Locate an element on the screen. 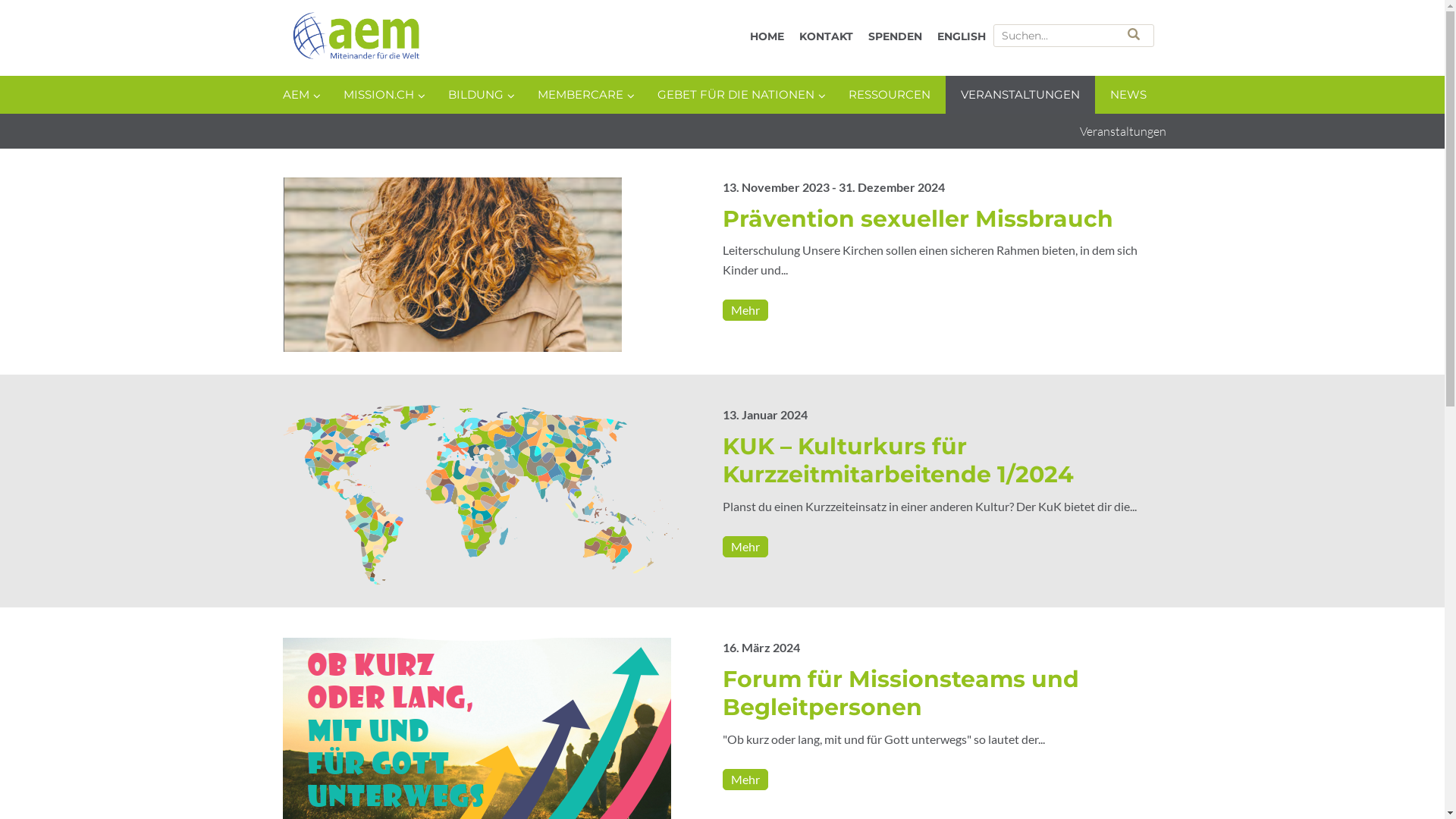 The width and height of the screenshot is (1456, 819). 'SPENDEN' is located at coordinates (894, 35).